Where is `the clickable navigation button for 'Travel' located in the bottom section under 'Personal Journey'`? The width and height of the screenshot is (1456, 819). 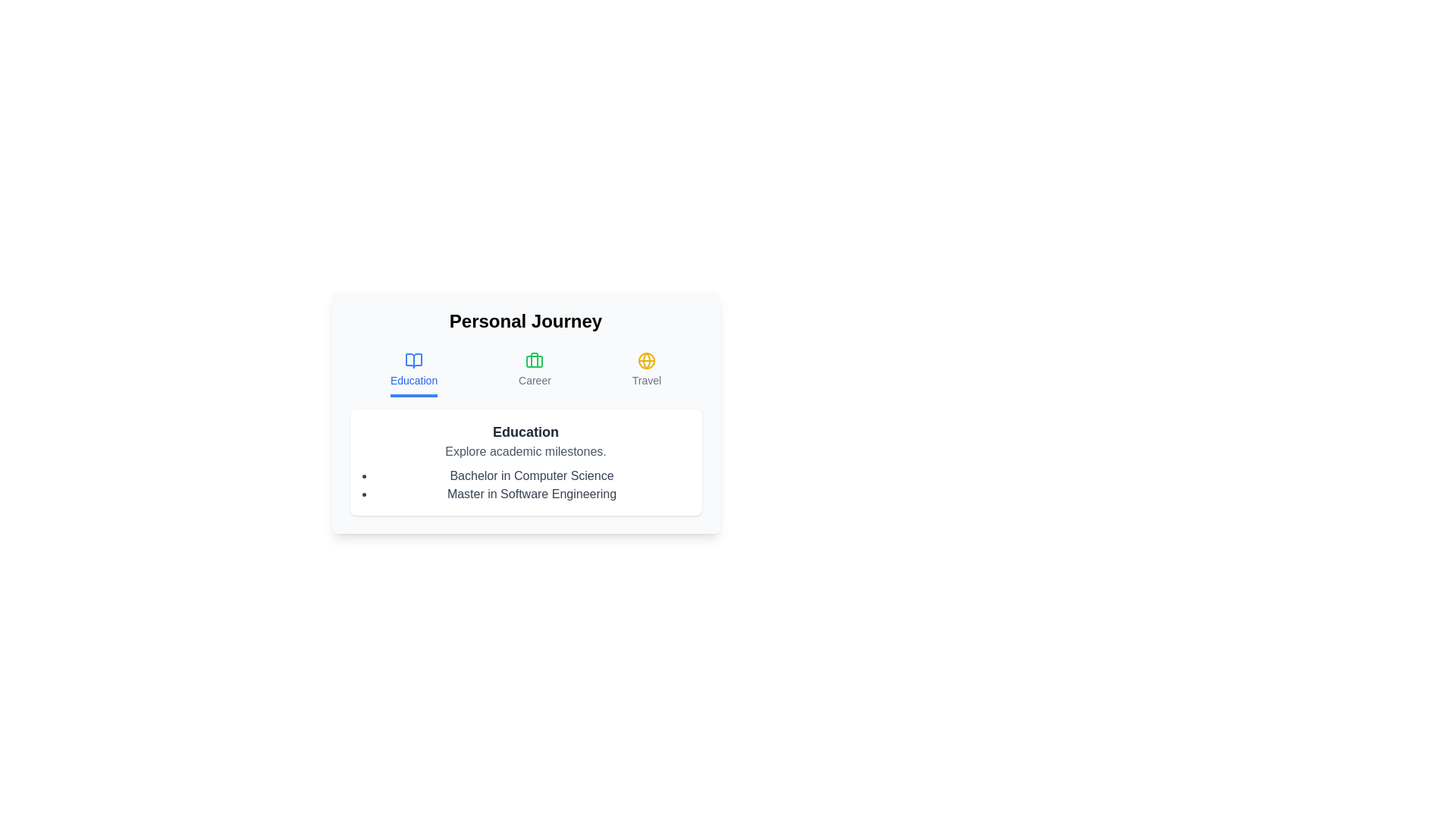
the clickable navigation button for 'Travel' located in the bottom section under 'Personal Journey' is located at coordinates (646, 374).